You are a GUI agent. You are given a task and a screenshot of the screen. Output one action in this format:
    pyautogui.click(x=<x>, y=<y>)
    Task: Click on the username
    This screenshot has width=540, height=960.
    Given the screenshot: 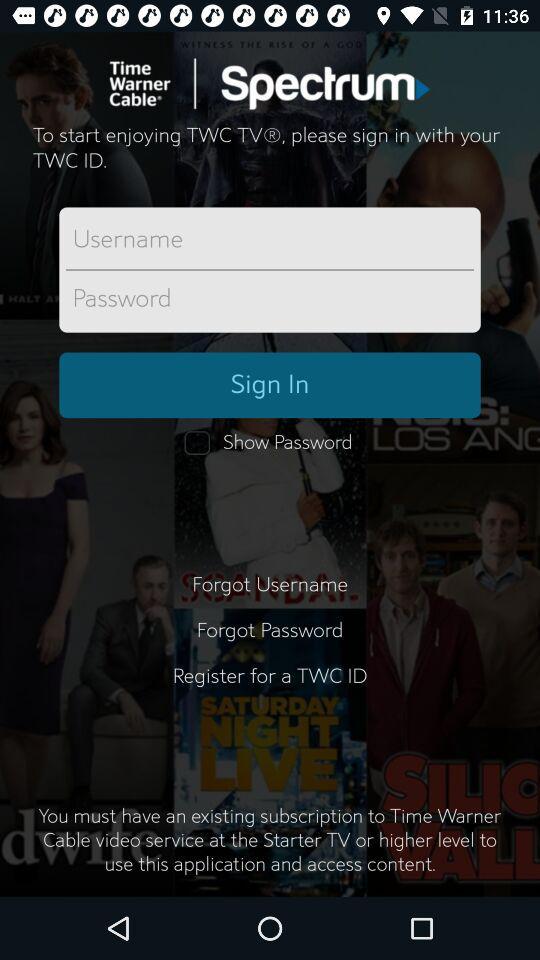 What is the action you would take?
    pyautogui.click(x=270, y=240)
    